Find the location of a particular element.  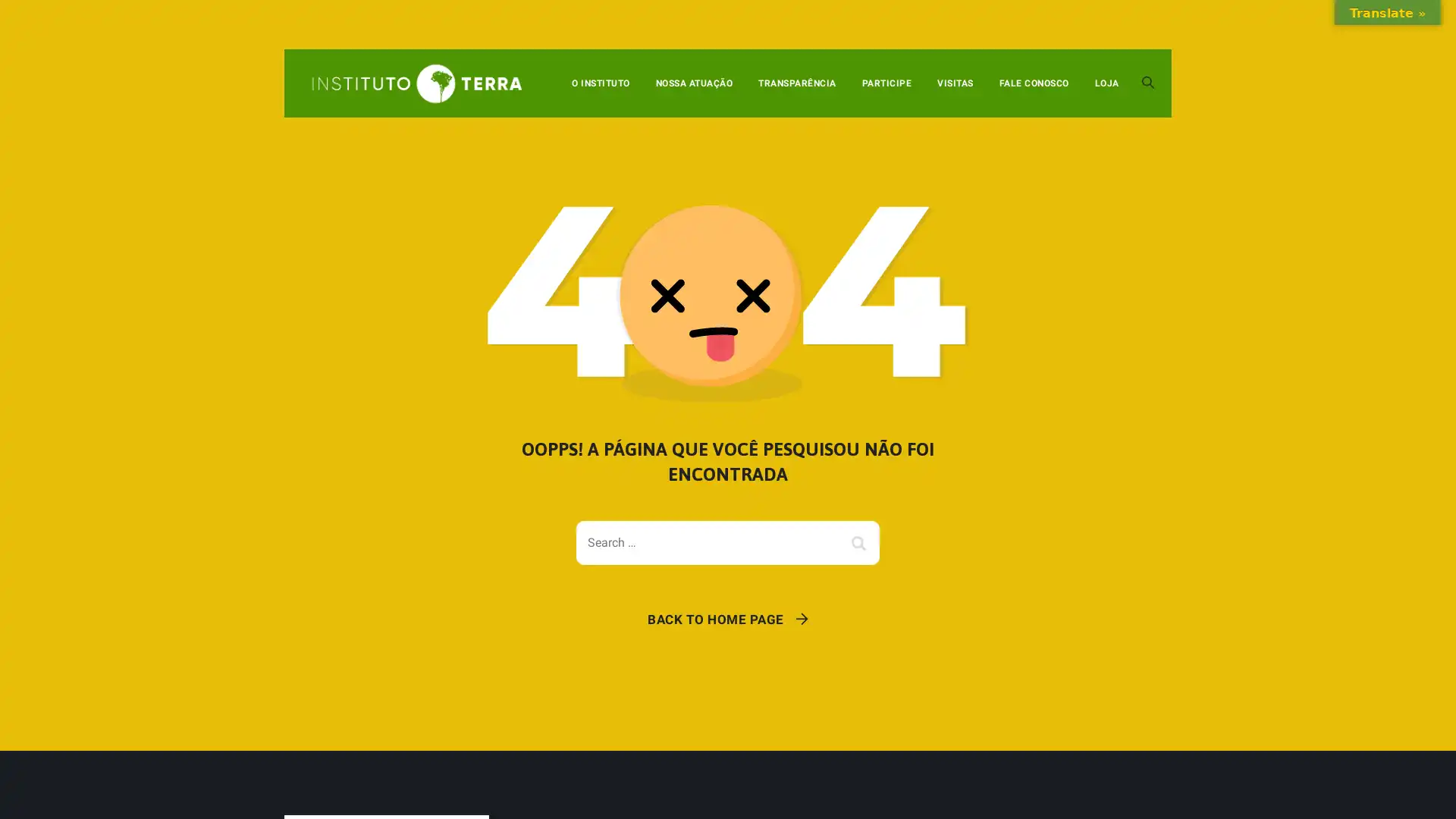

Configuracoes de cookies is located at coordinates (1327, 792).